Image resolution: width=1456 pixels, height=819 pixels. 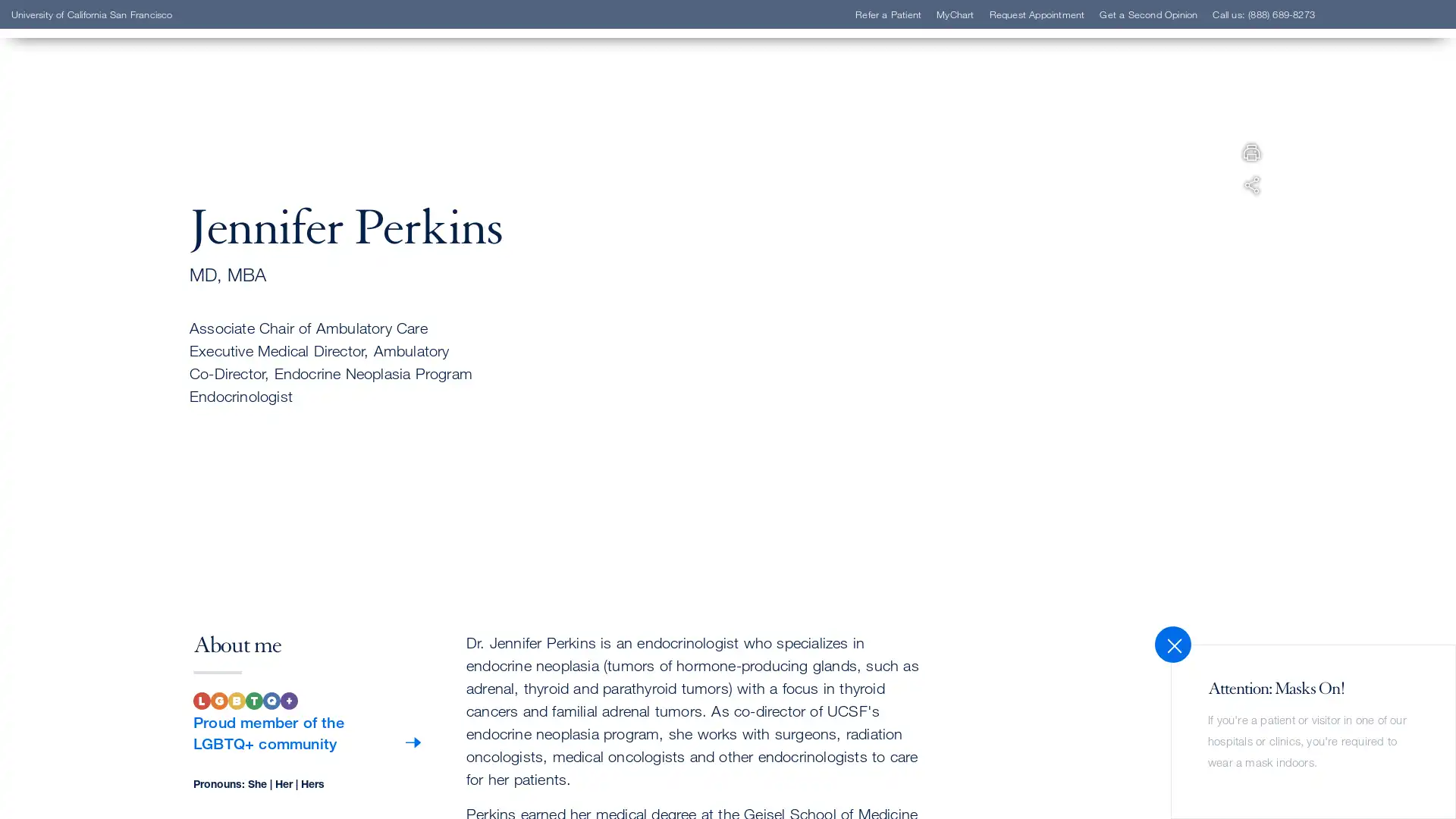 I want to click on search, so click(x=914, y=100).